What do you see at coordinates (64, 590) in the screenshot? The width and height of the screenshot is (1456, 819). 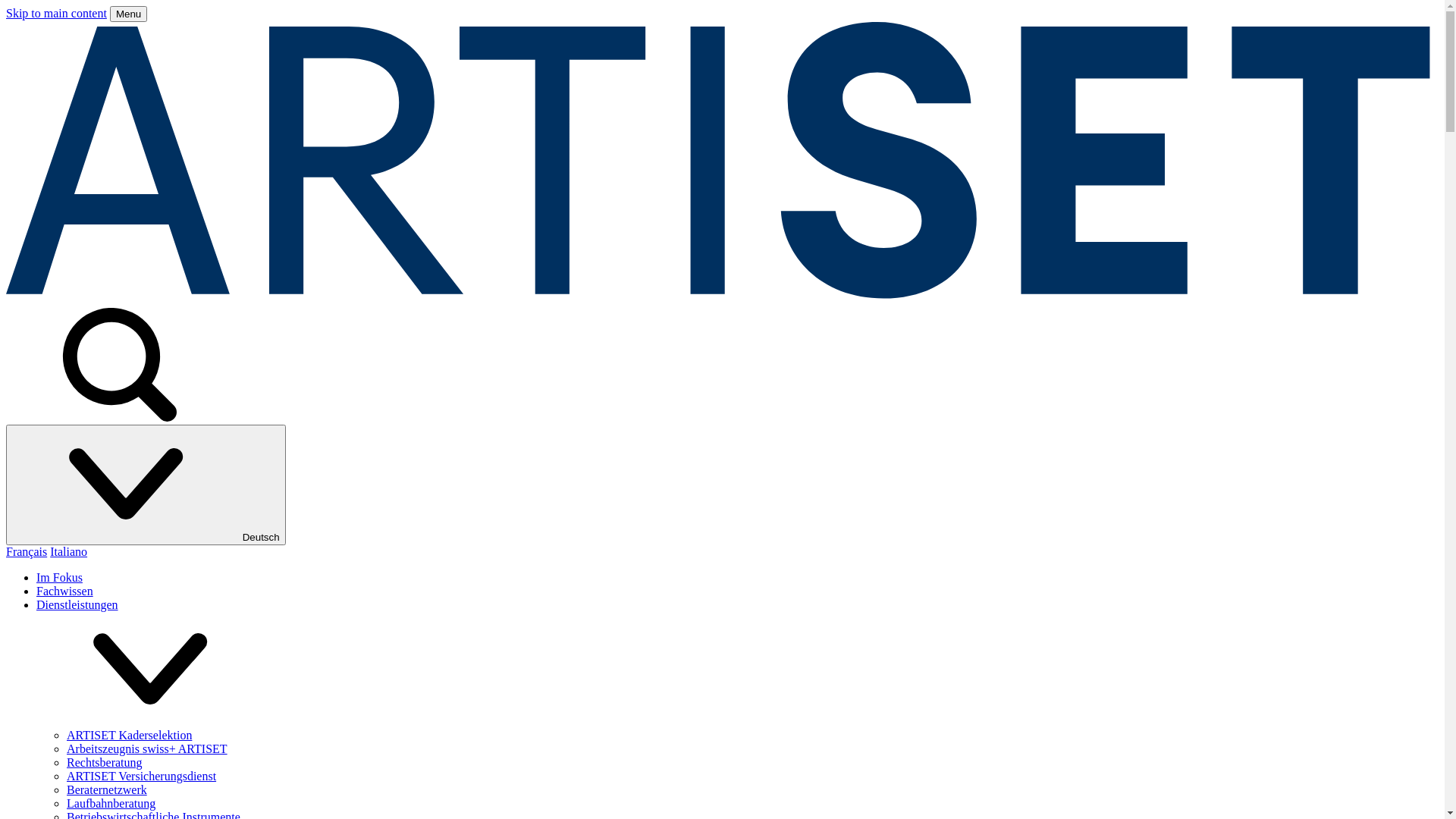 I see `'Fachwissen'` at bounding box center [64, 590].